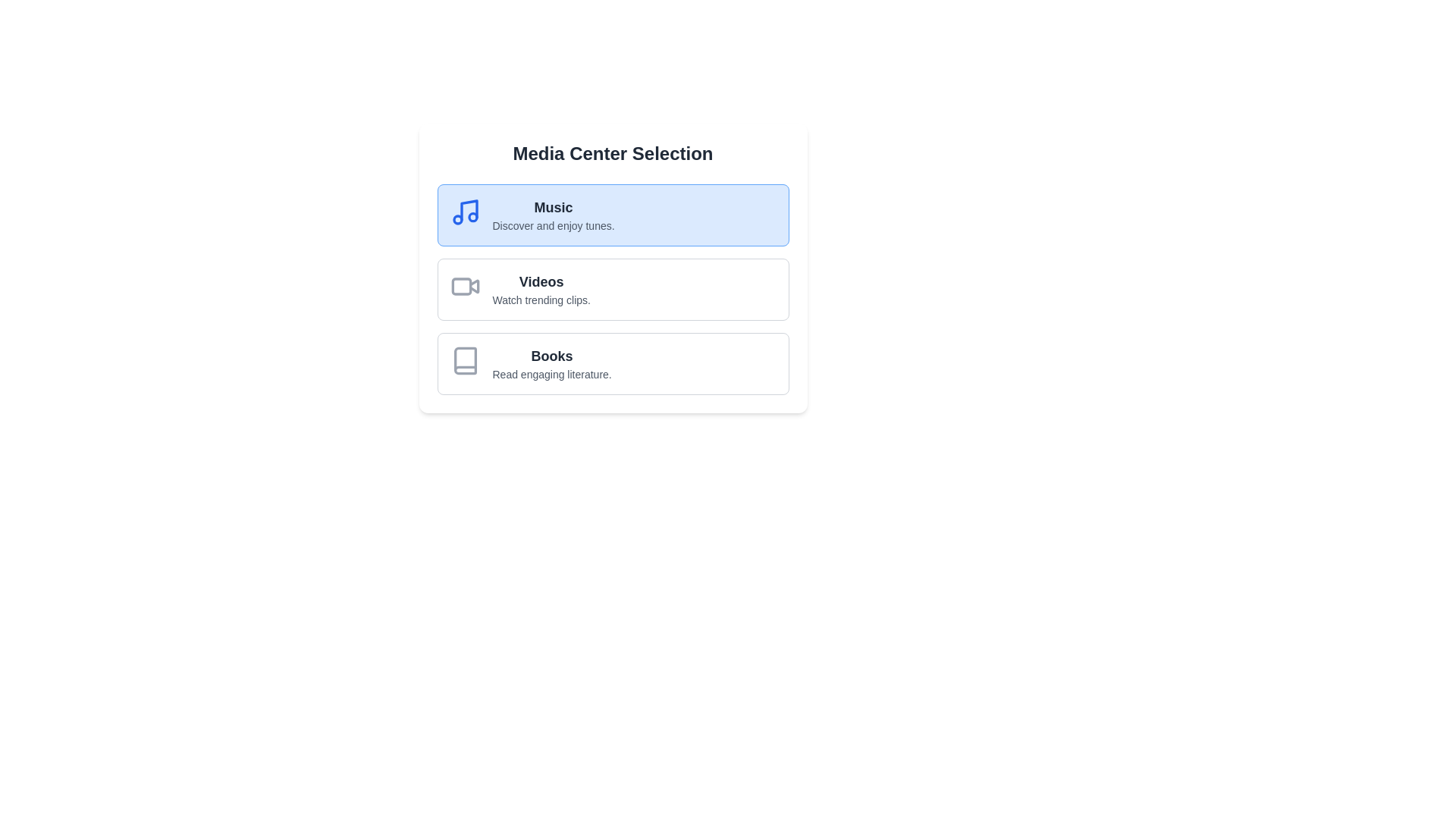  I want to click on descriptive tagline text for the 'Music' category, which is positioned directly below the 'Music' label in the media options list, so click(552, 225).